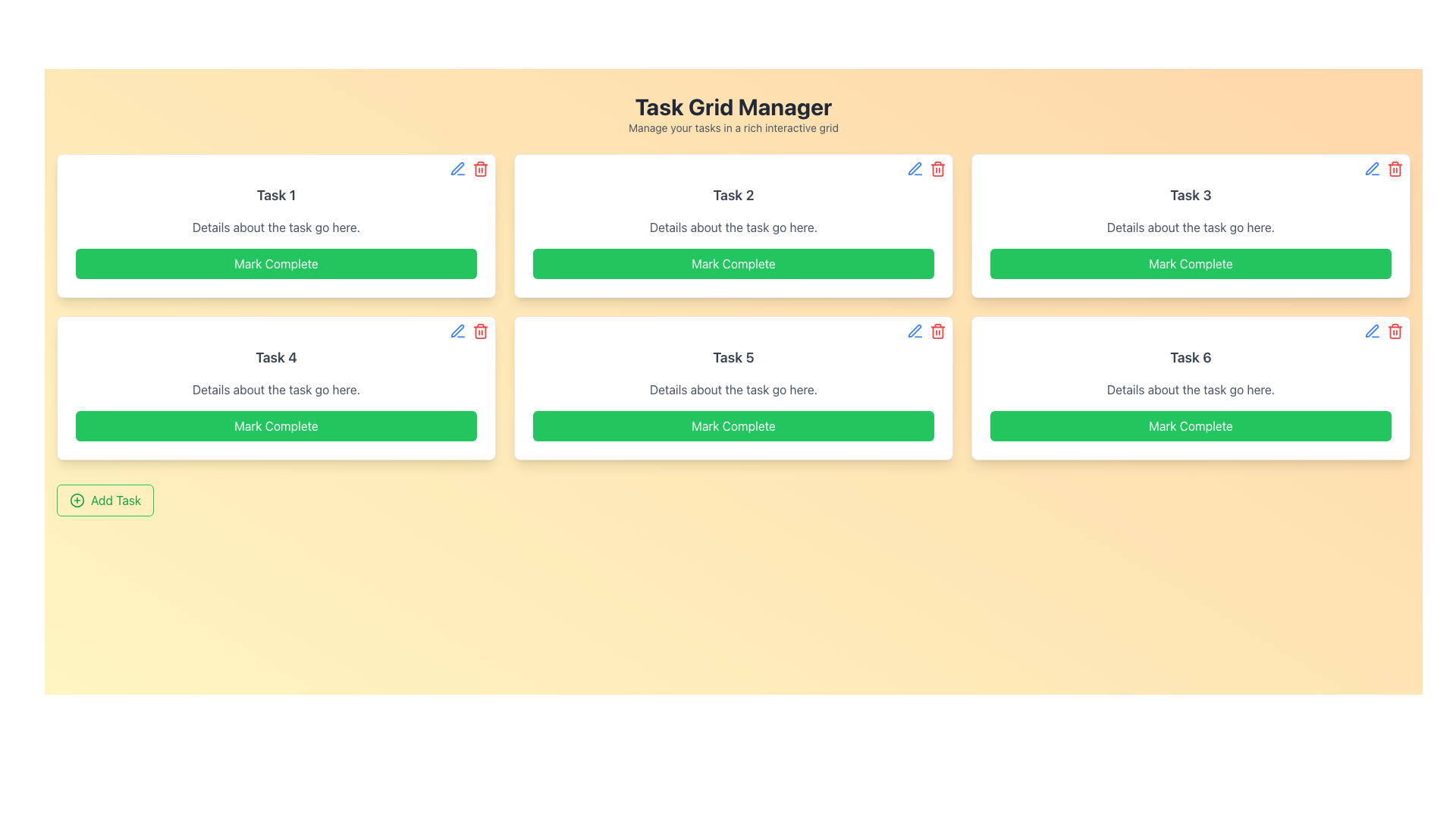  What do you see at coordinates (479, 169) in the screenshot?
I see `the delete button located at the top-right corner of the card labeled 'Task 1'` at bounding box center [479, 169].